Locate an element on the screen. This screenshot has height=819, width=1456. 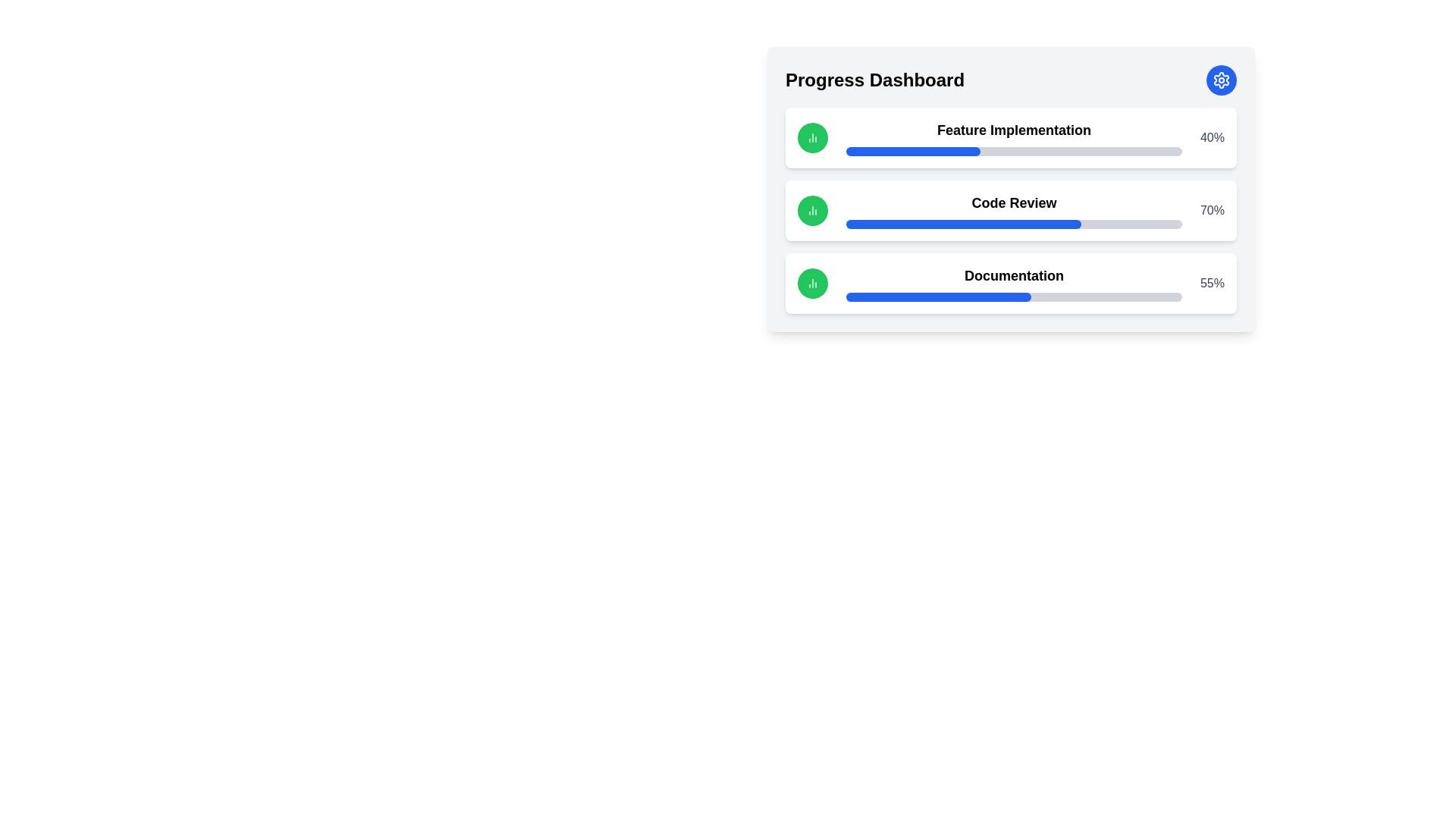
the progress bar element located below 'Feature Implementation' and to the left of the '40%' percentage value is located at coordinates (1014, 152).